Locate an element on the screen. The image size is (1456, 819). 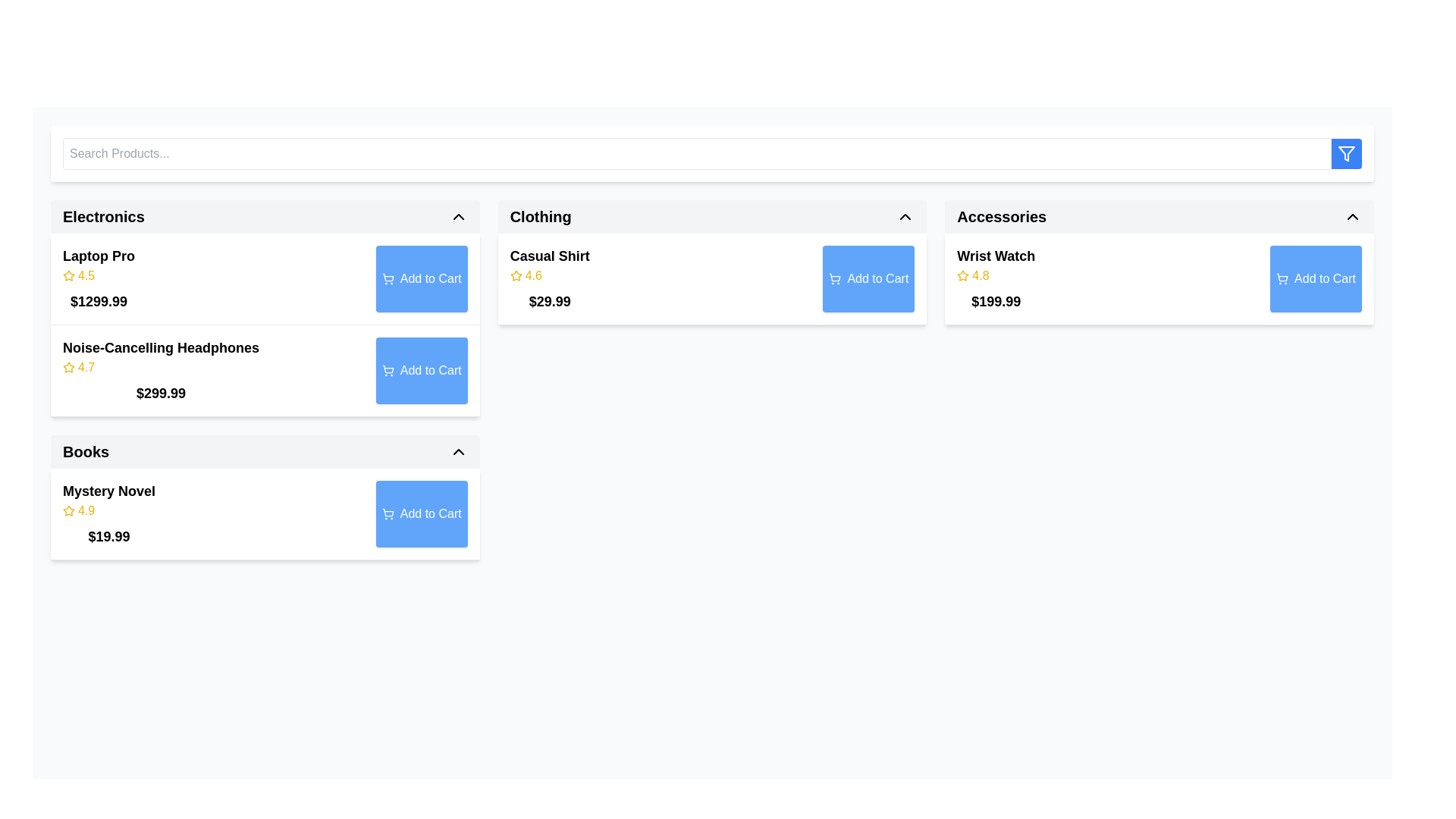
the upward-pointing arrow icon located at the top-right corner of the 'Electronics' section header is located at coordinates (457, 216).